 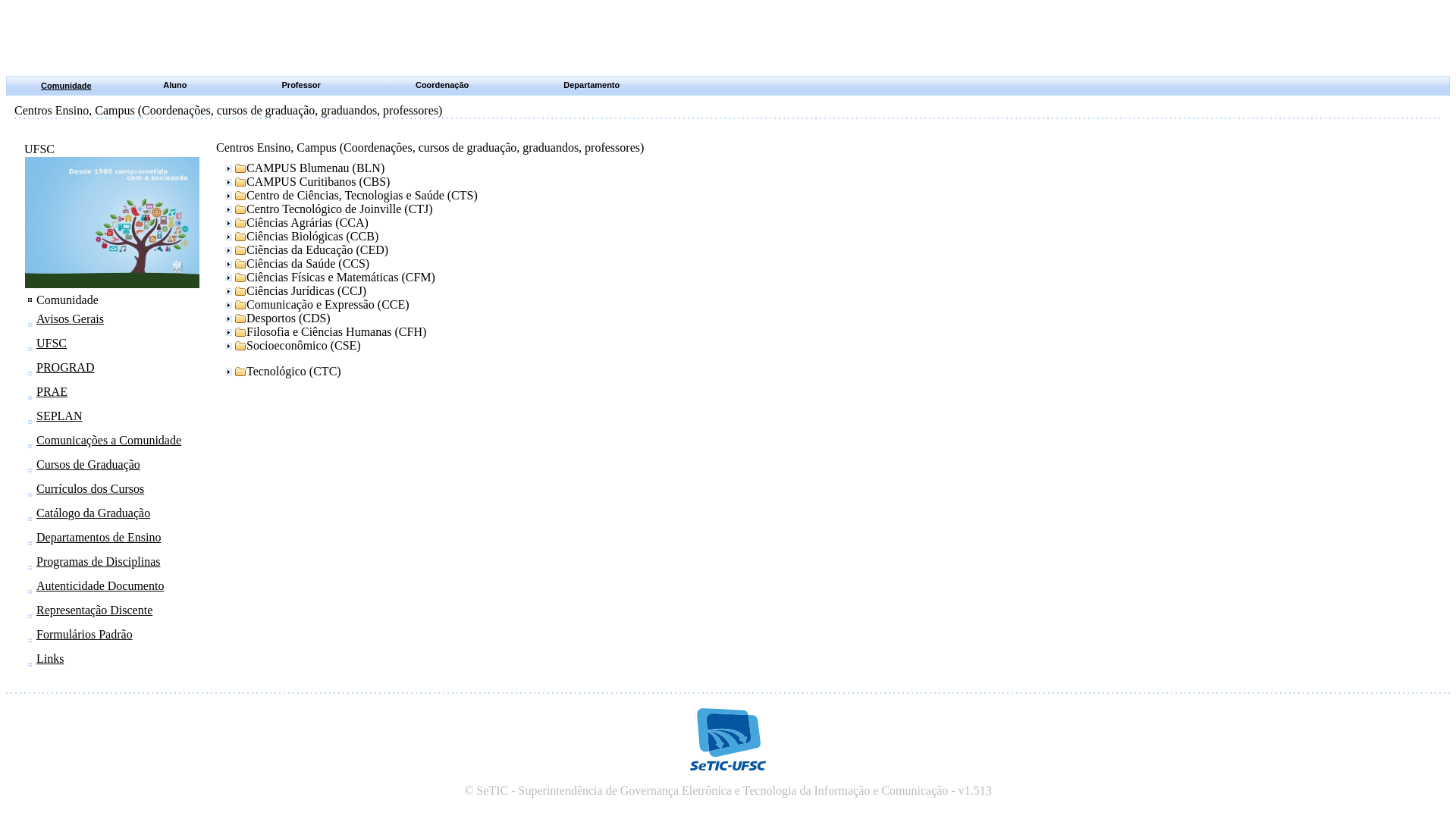 What do you see at coordinates (303, 168) in the screenshot?
I see `'CAMPUS Blumenau (BLN)'` at bounding box center [303, 168].